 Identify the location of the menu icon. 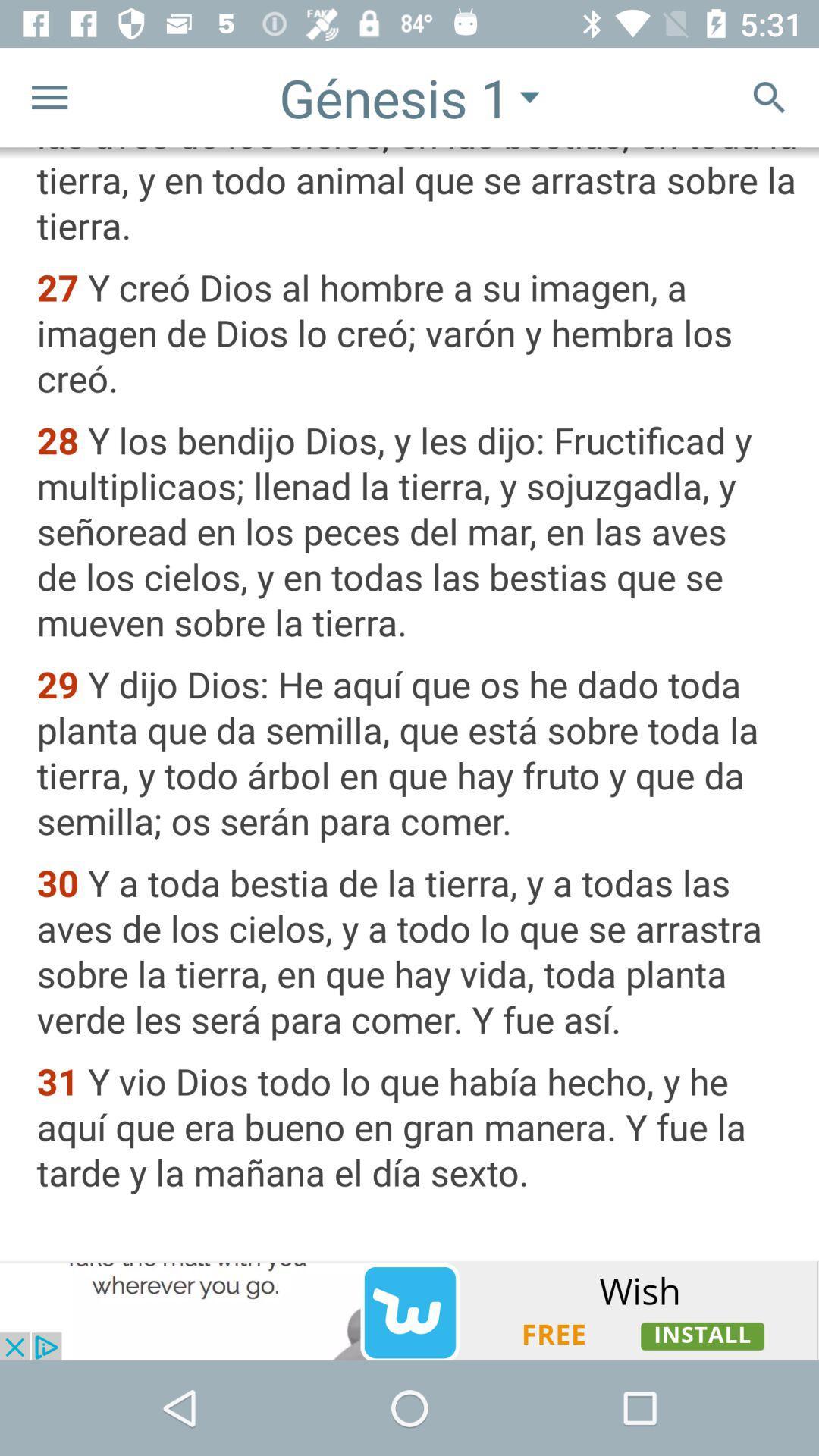
(49, 96).